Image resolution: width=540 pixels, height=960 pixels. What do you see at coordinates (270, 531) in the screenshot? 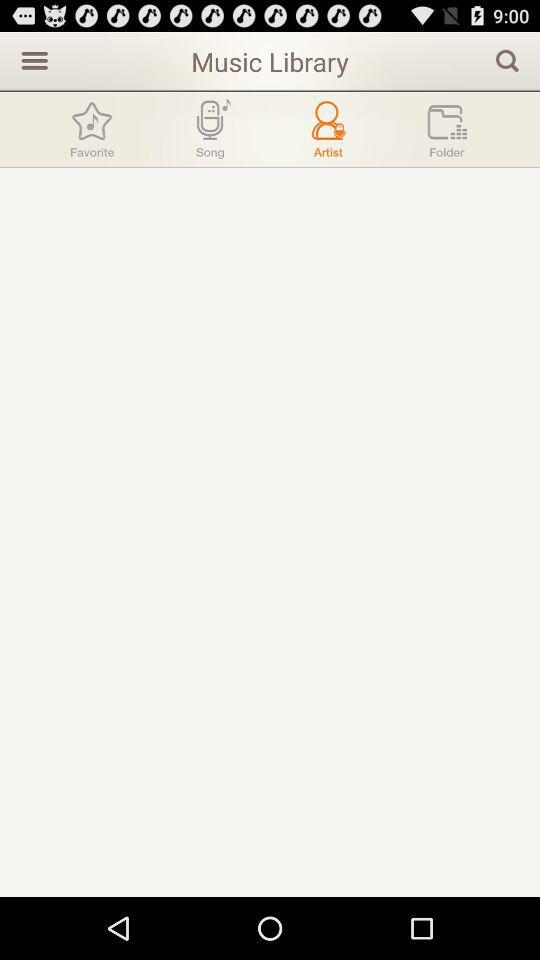
I see `icon at the center` at bounding box center [270, 531].